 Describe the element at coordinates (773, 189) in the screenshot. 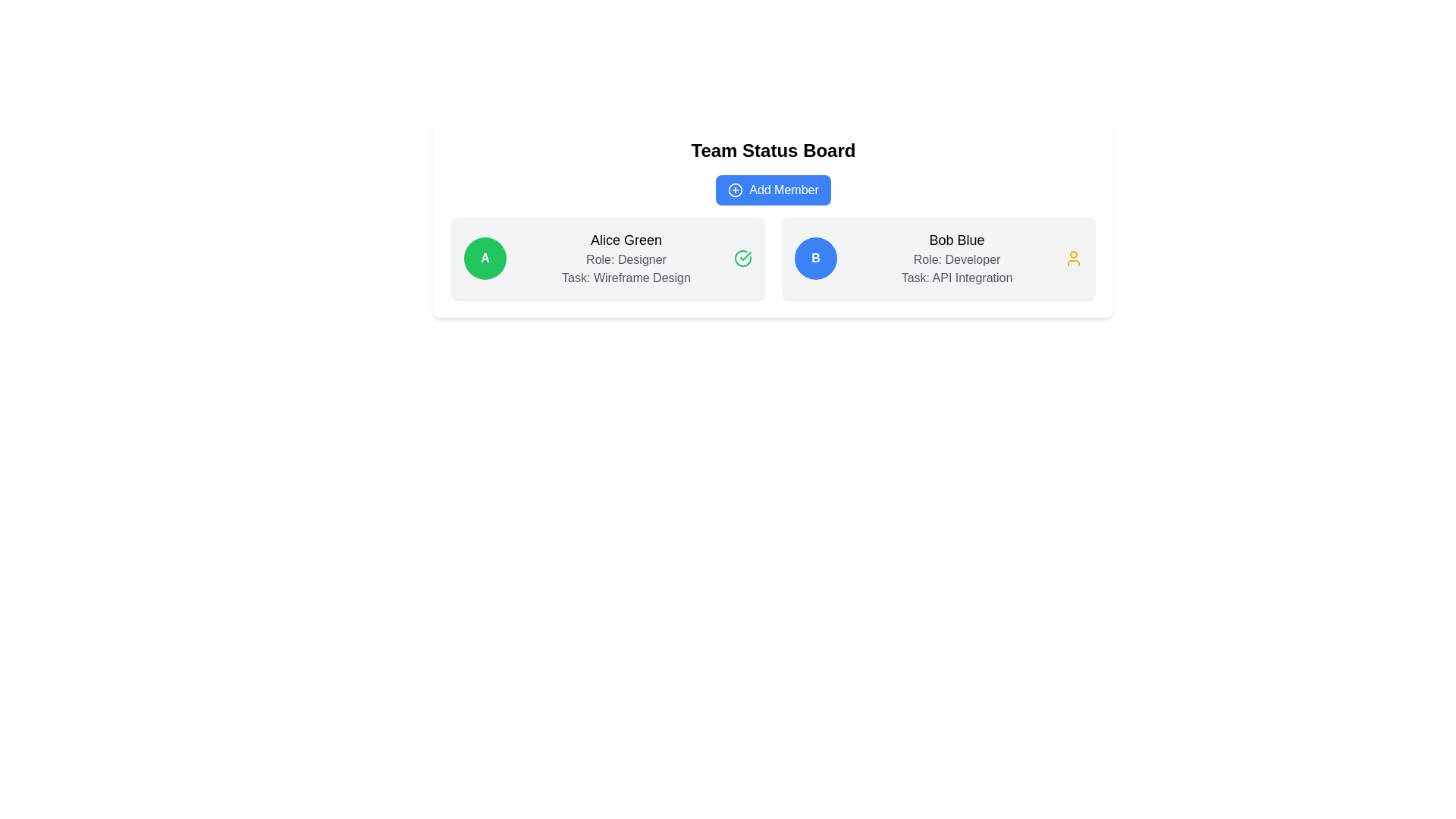

I see `the button used to add a new member to the team, which is located below the 'Team Status Board' title and above the user cards for 'Alice Green' and 'Bob Blue'` at that location.